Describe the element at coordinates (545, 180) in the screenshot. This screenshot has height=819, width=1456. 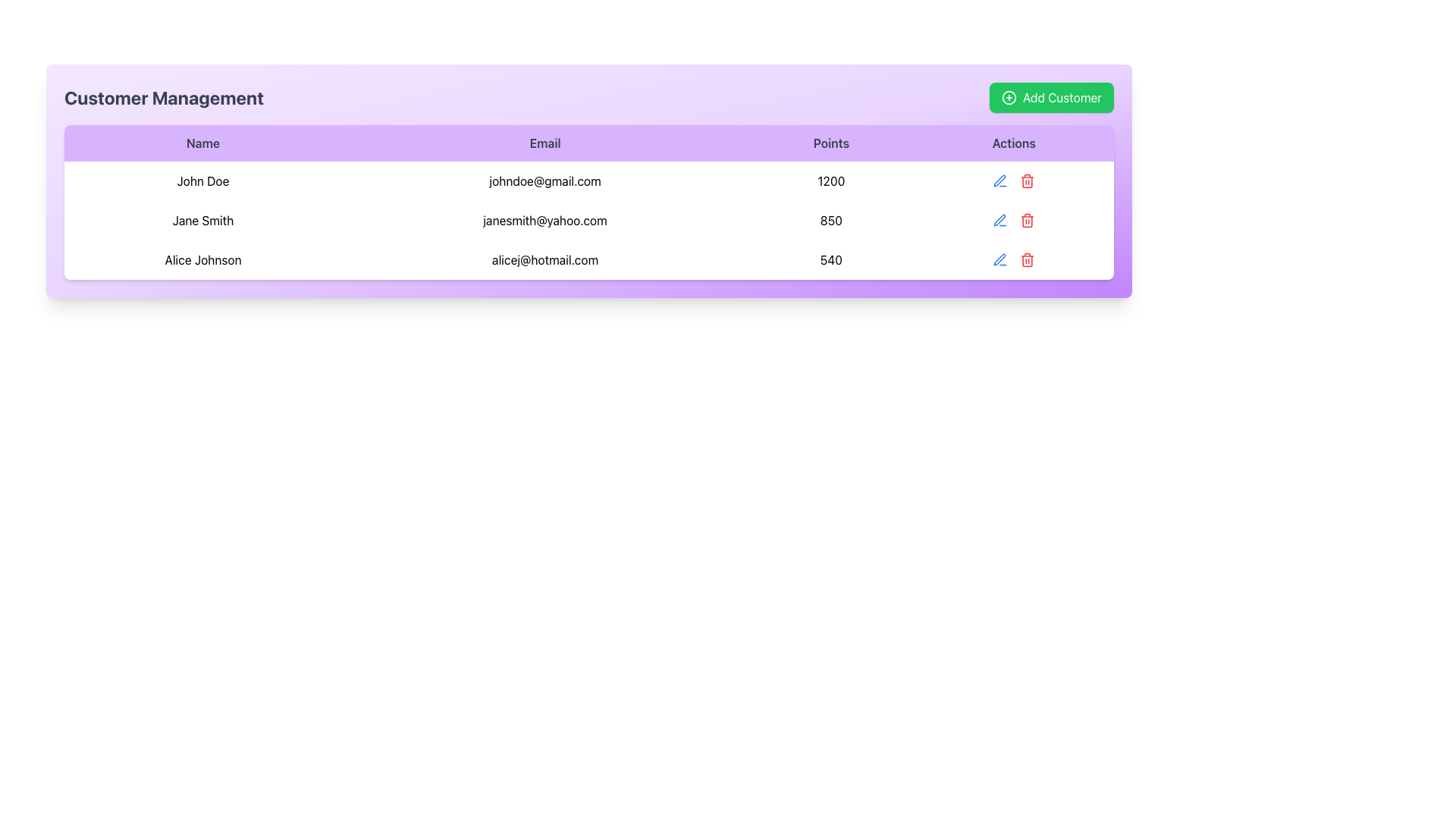
I see `the text element displaying the email 'johndoe@gmail.com' which is located in the second column of the first row of a table under the 'Email' heading` at that location.